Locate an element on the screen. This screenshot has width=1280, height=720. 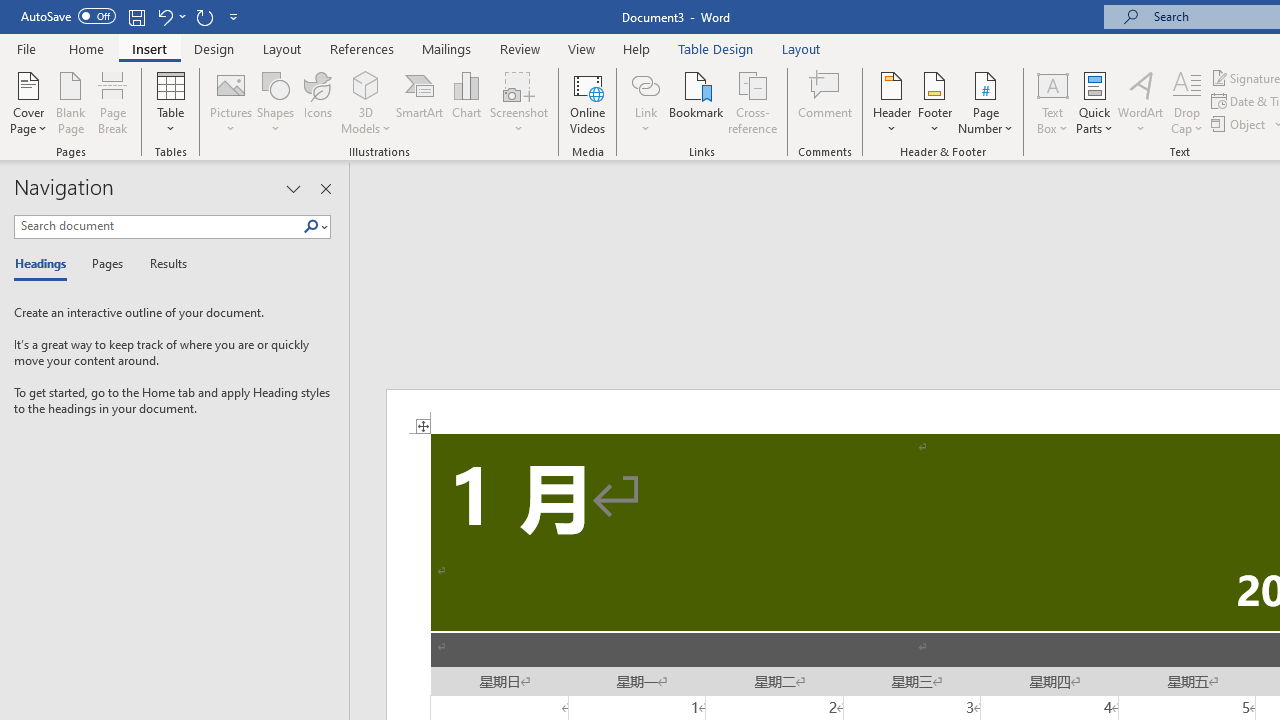
'Online Videos...' is located at coordinates (587, 103).